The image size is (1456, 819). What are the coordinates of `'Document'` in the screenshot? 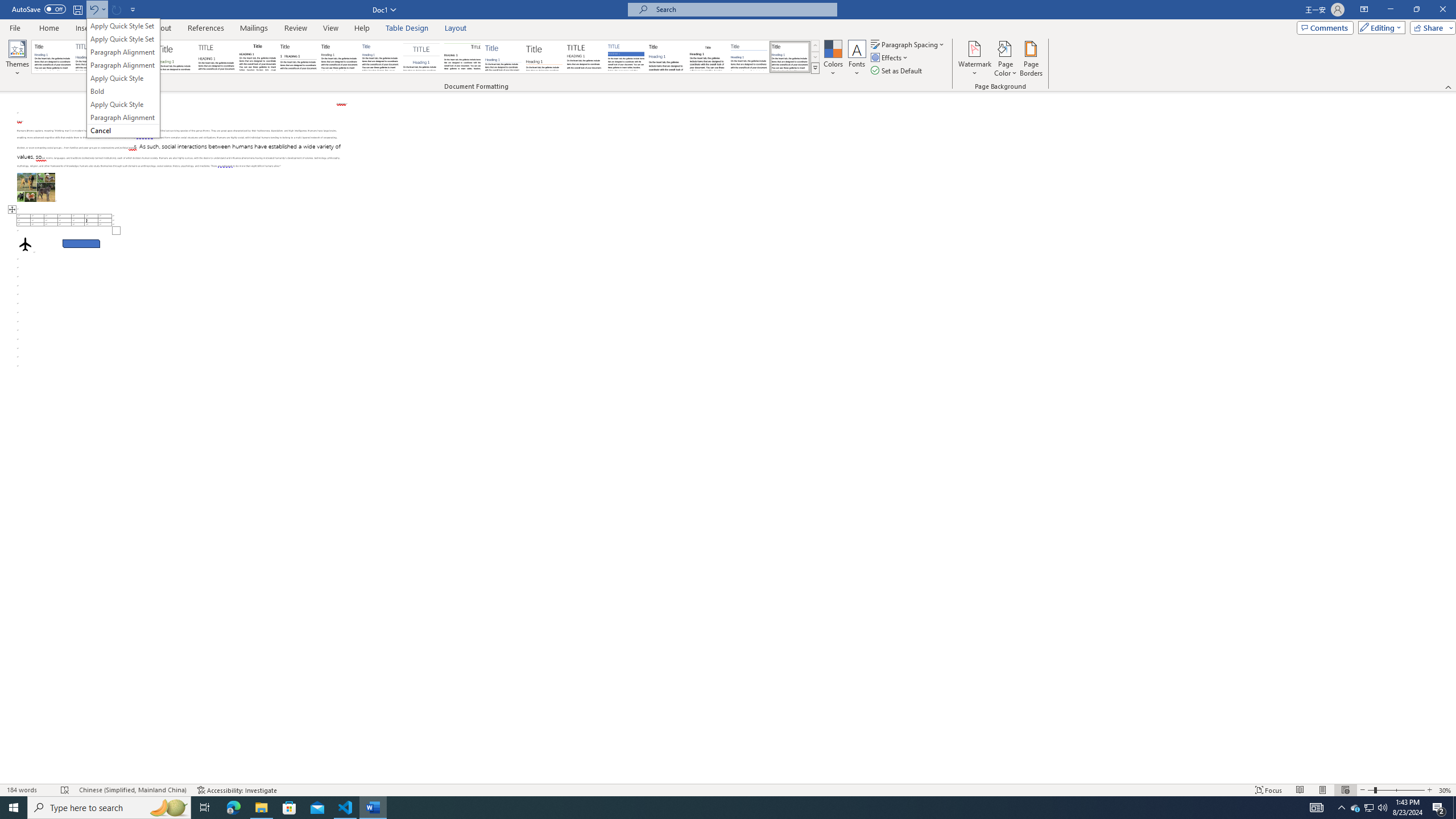 It's located at (52, 56).